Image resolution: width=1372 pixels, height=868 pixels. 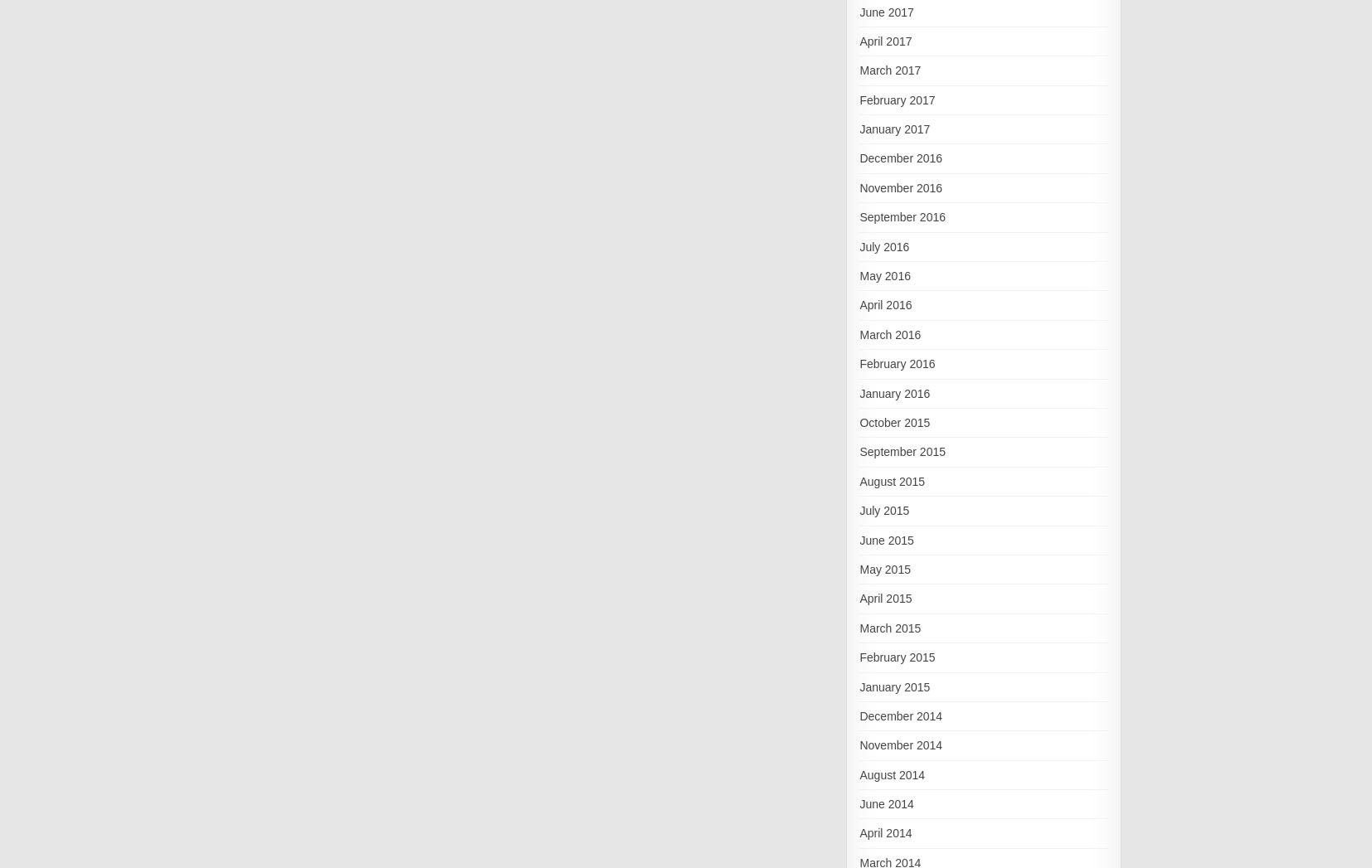 What do you see at coordinates (859, 599) in the screenshot?
I see `'April 2015'` at bounding box center [859, 599].